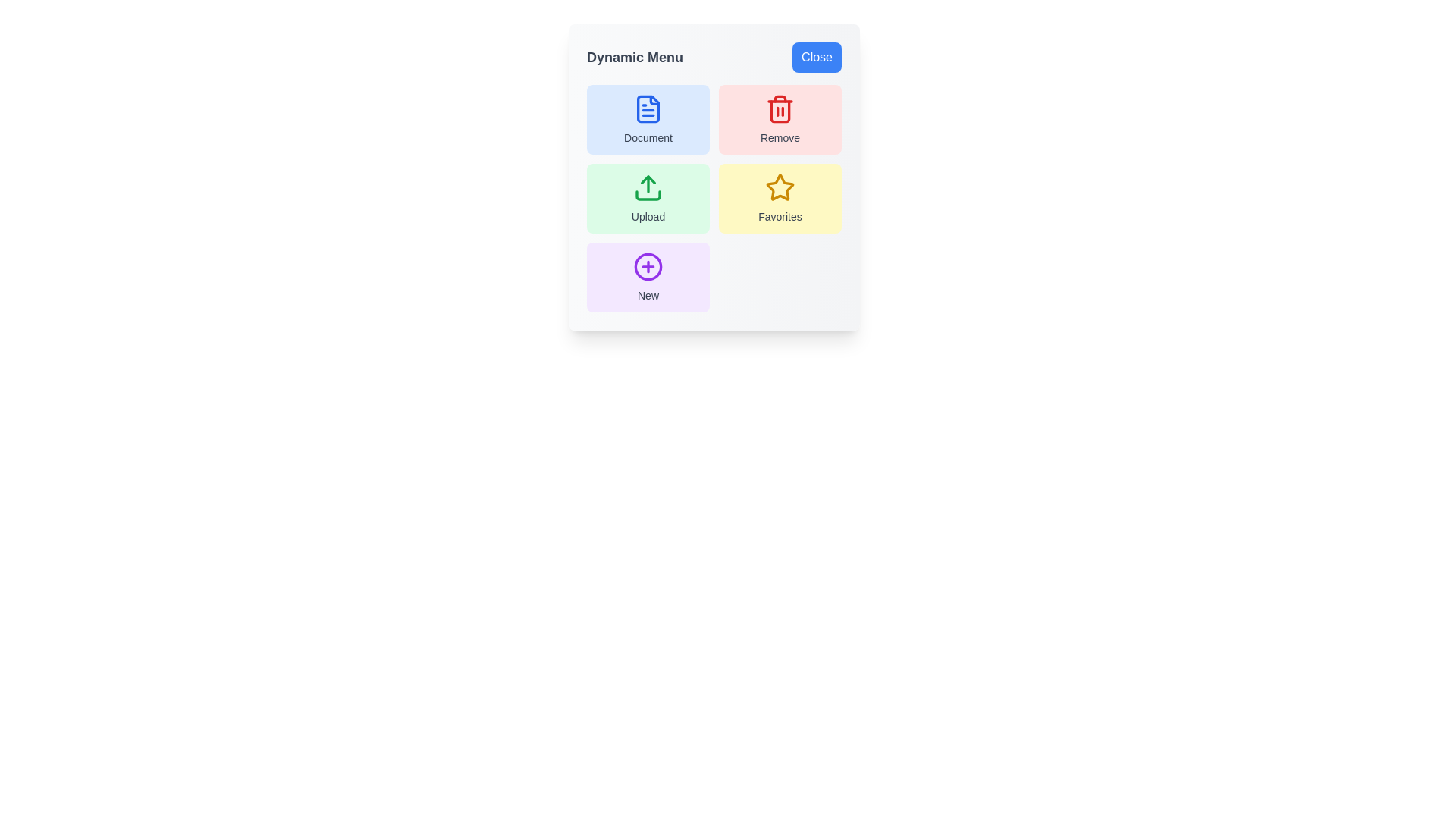  What do you see at coordinates (780, 137) in the screenshot?
I see `the text label that indicates the functionality of the associated button for removing an item, which is located beneath a trash bin icon in the first row of a 3x2 grid layout` at bounding box center [780, 137].